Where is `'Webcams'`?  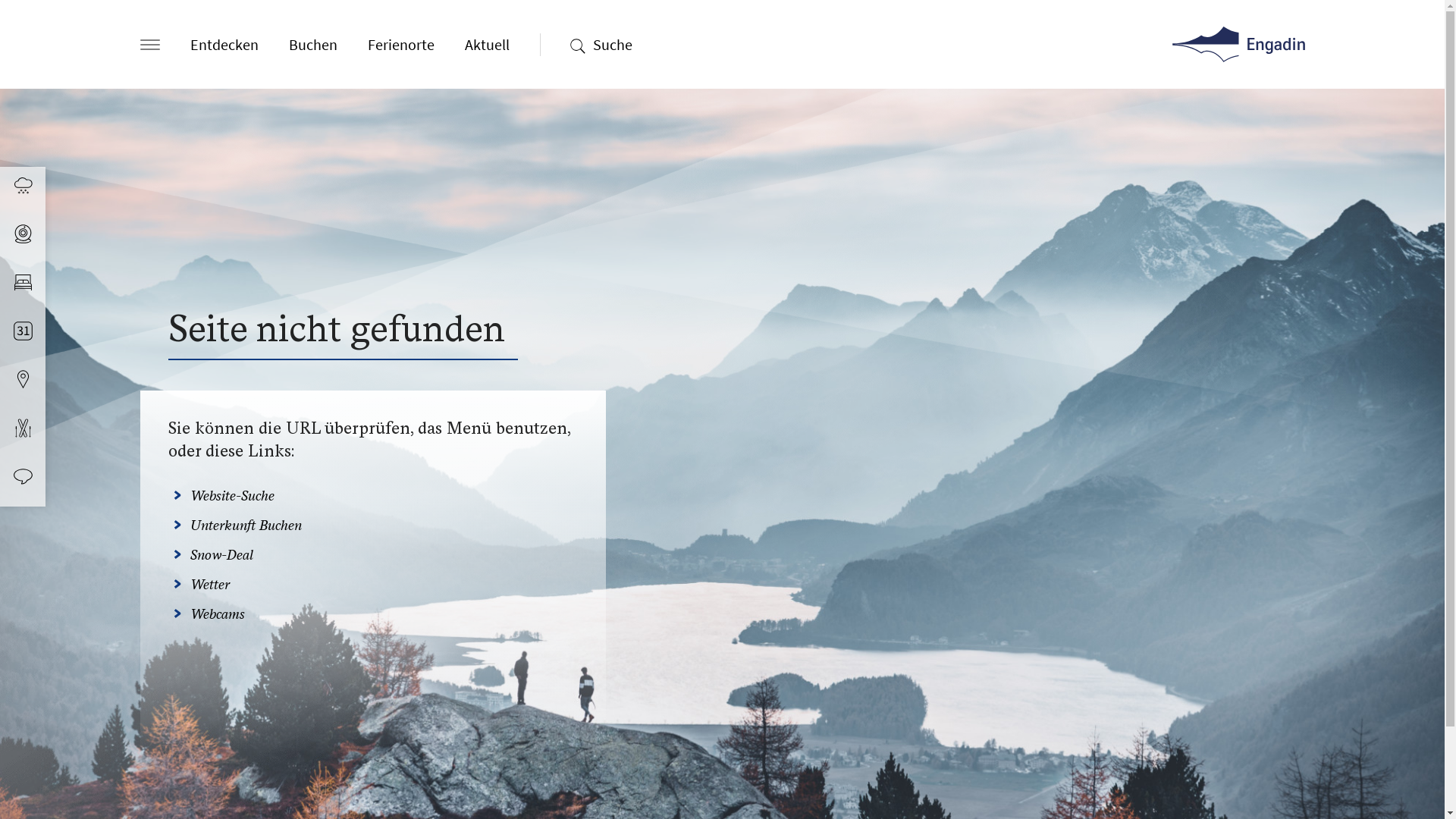
'Webcams' is located at coordinates (216, 613).